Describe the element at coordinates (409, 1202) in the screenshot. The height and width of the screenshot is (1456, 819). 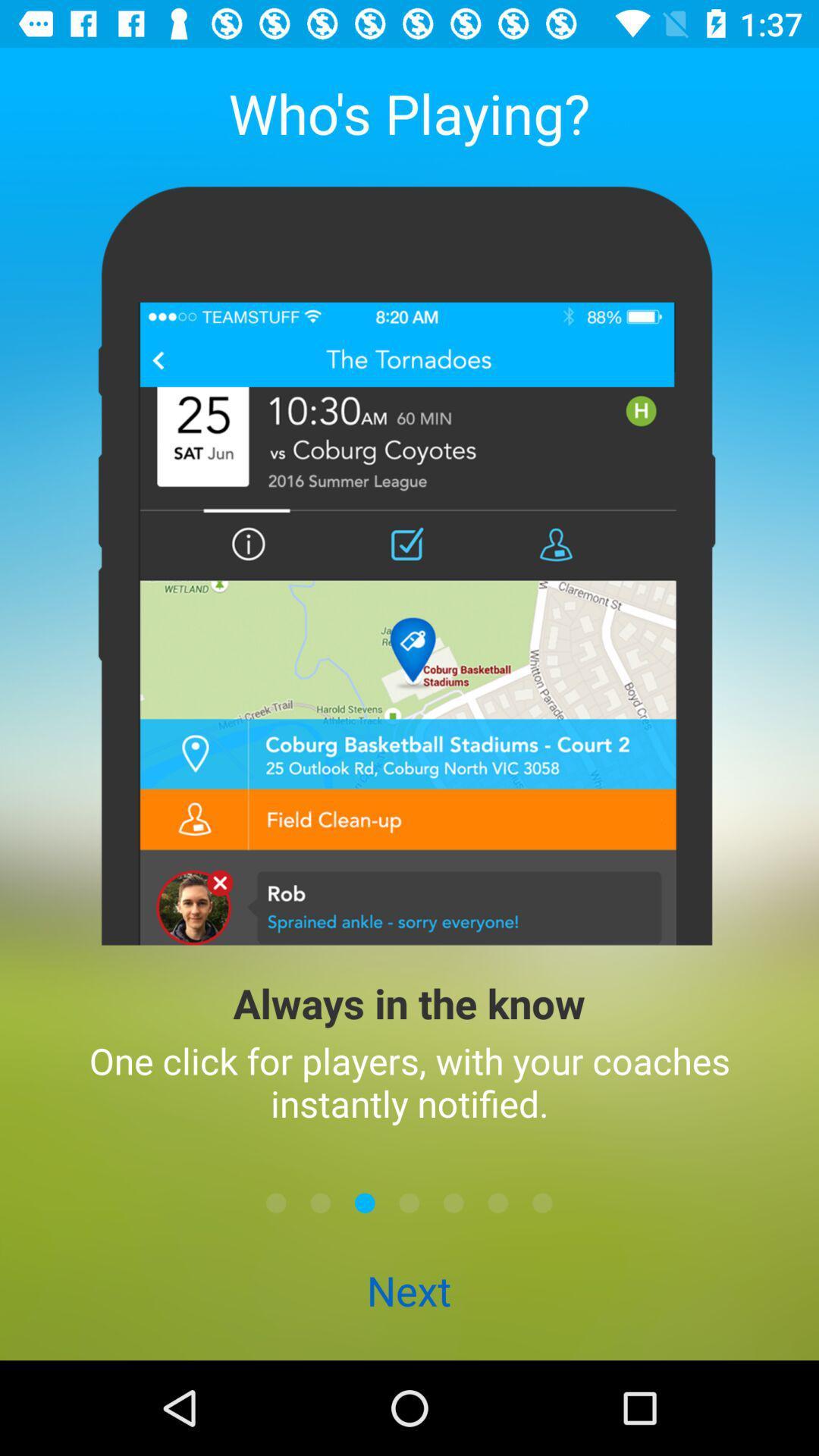
I see `next` at that location.